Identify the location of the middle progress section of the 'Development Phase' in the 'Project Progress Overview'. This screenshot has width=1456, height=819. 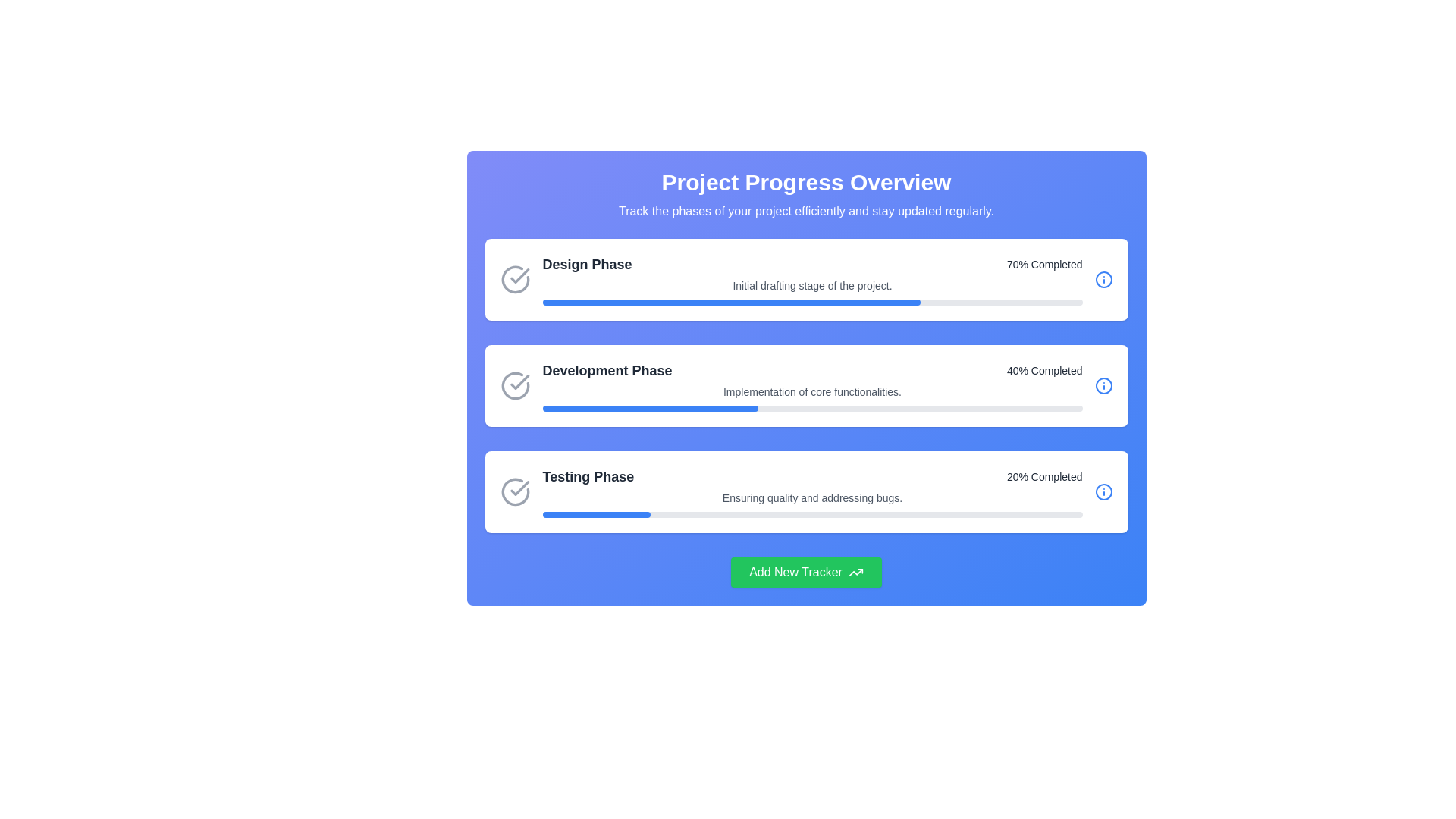
(805, 385).